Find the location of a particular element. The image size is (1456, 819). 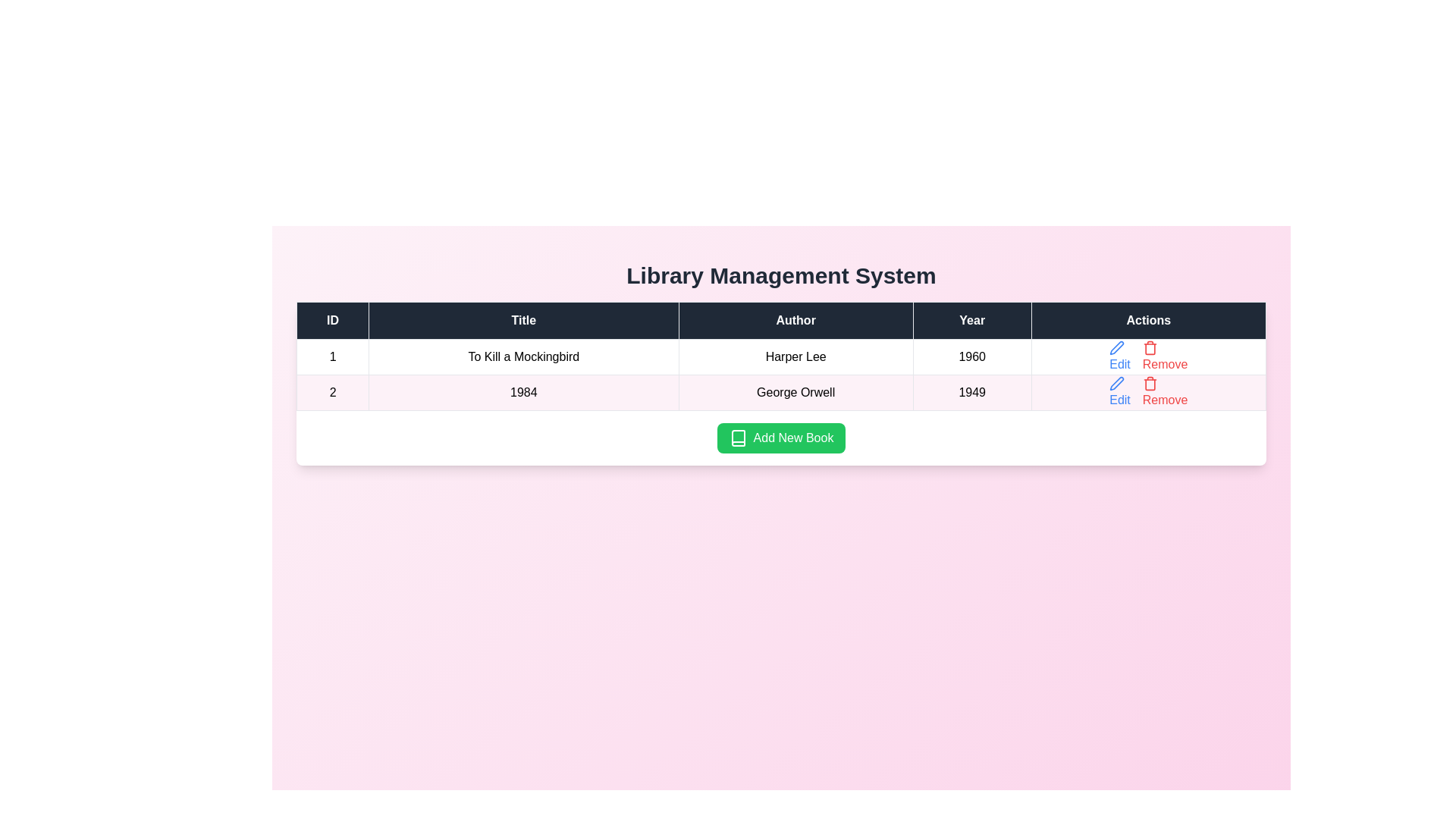

the text display element showing the name 'George Orwell', which is located in the 'Author' column of the second row of the data table for the book '1984' is located at coordinates (795, 391).